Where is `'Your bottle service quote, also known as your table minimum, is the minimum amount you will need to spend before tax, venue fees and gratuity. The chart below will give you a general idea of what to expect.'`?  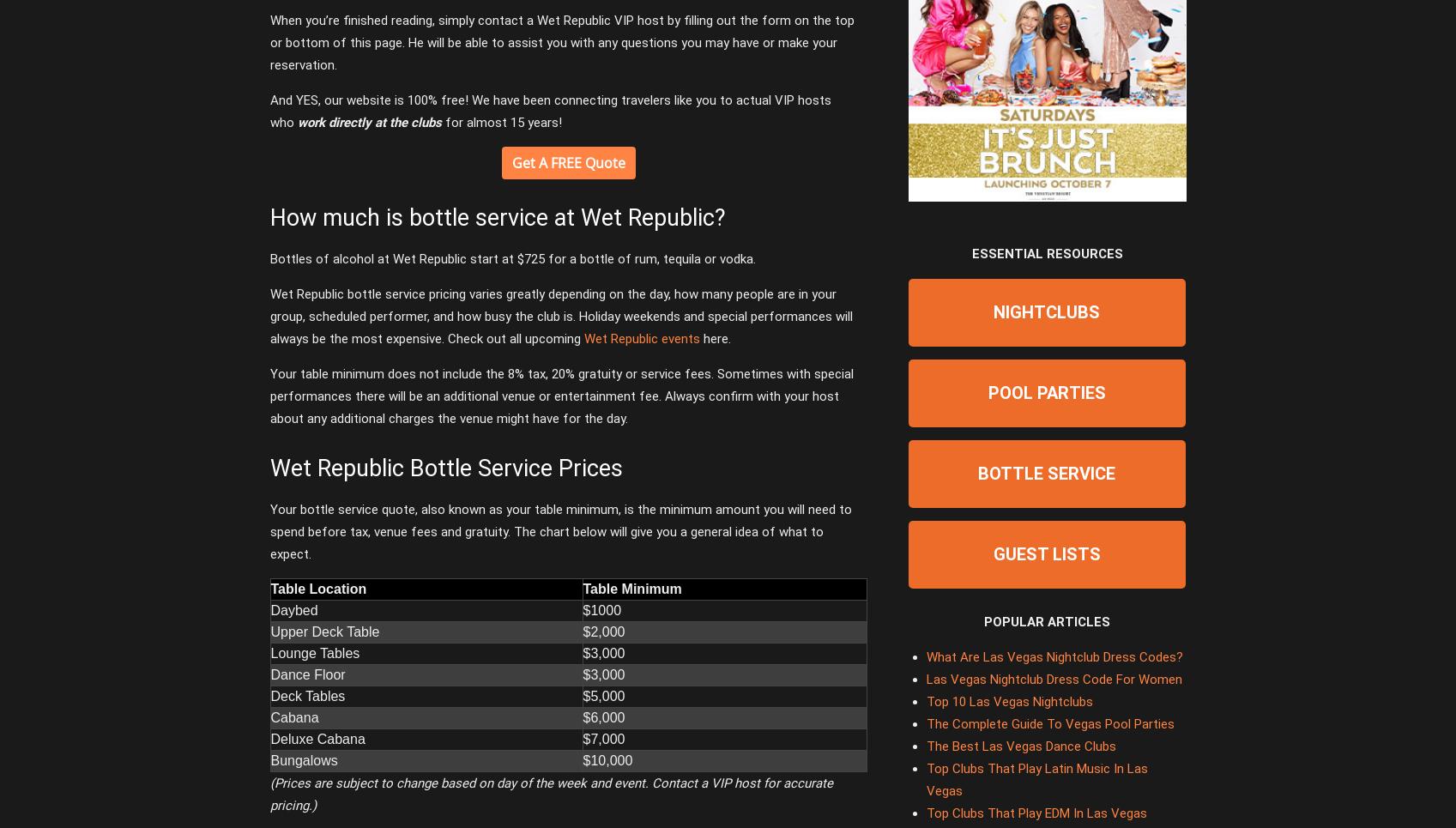
'Your bottle service quote, also known as your table minimum, is the minimum amount you will need to spend before tax, venue fees and gratuity. The chart below will give you a general idea of what to expect.' is located at coordinates (560, 531).